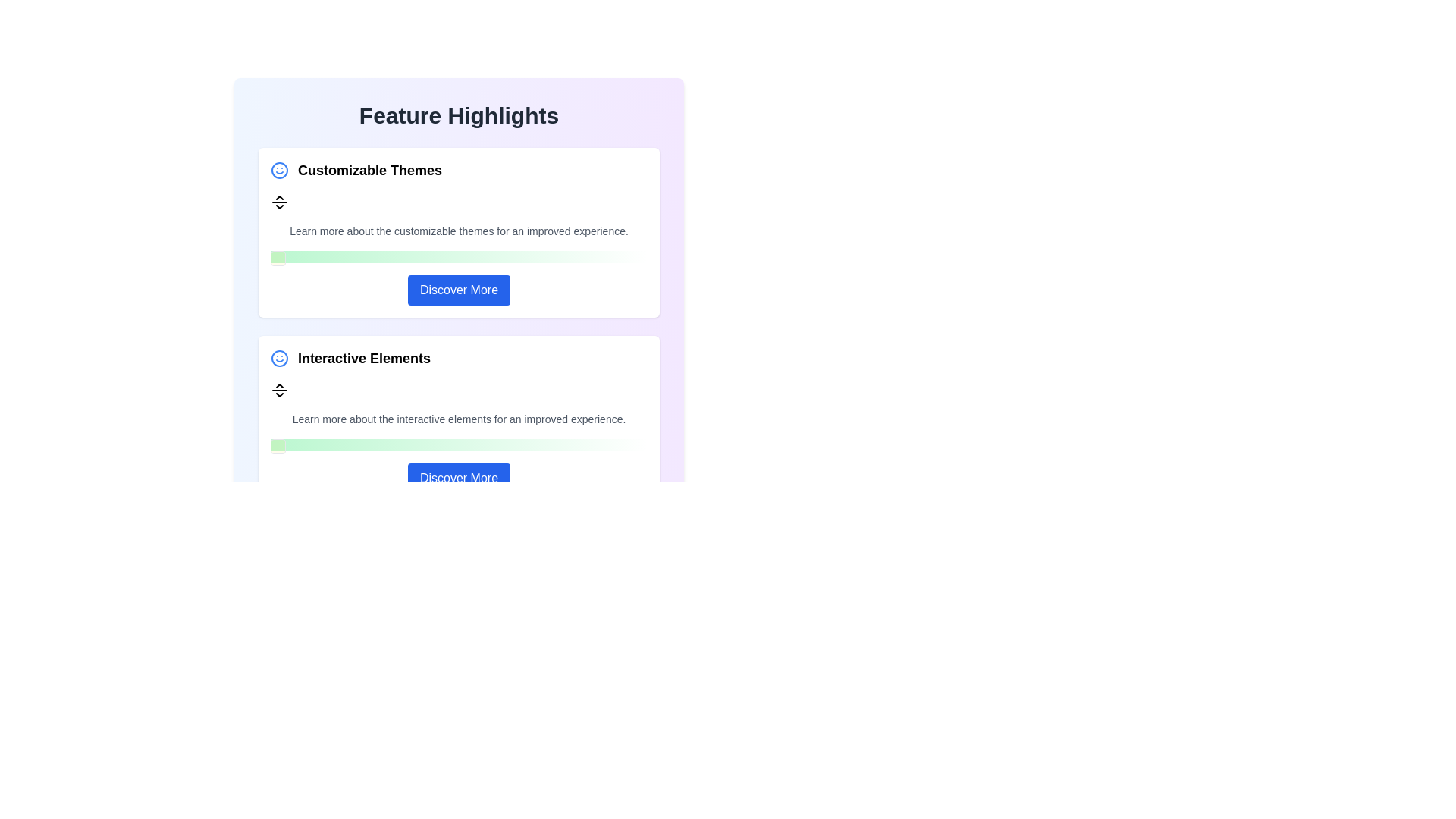  Describe the element at coordinates (280, 170) in the screenshot. I see `the central circular part of the smiley face graphic, which is part of the SVG element in the 'Interactive Elements' section` at that location.